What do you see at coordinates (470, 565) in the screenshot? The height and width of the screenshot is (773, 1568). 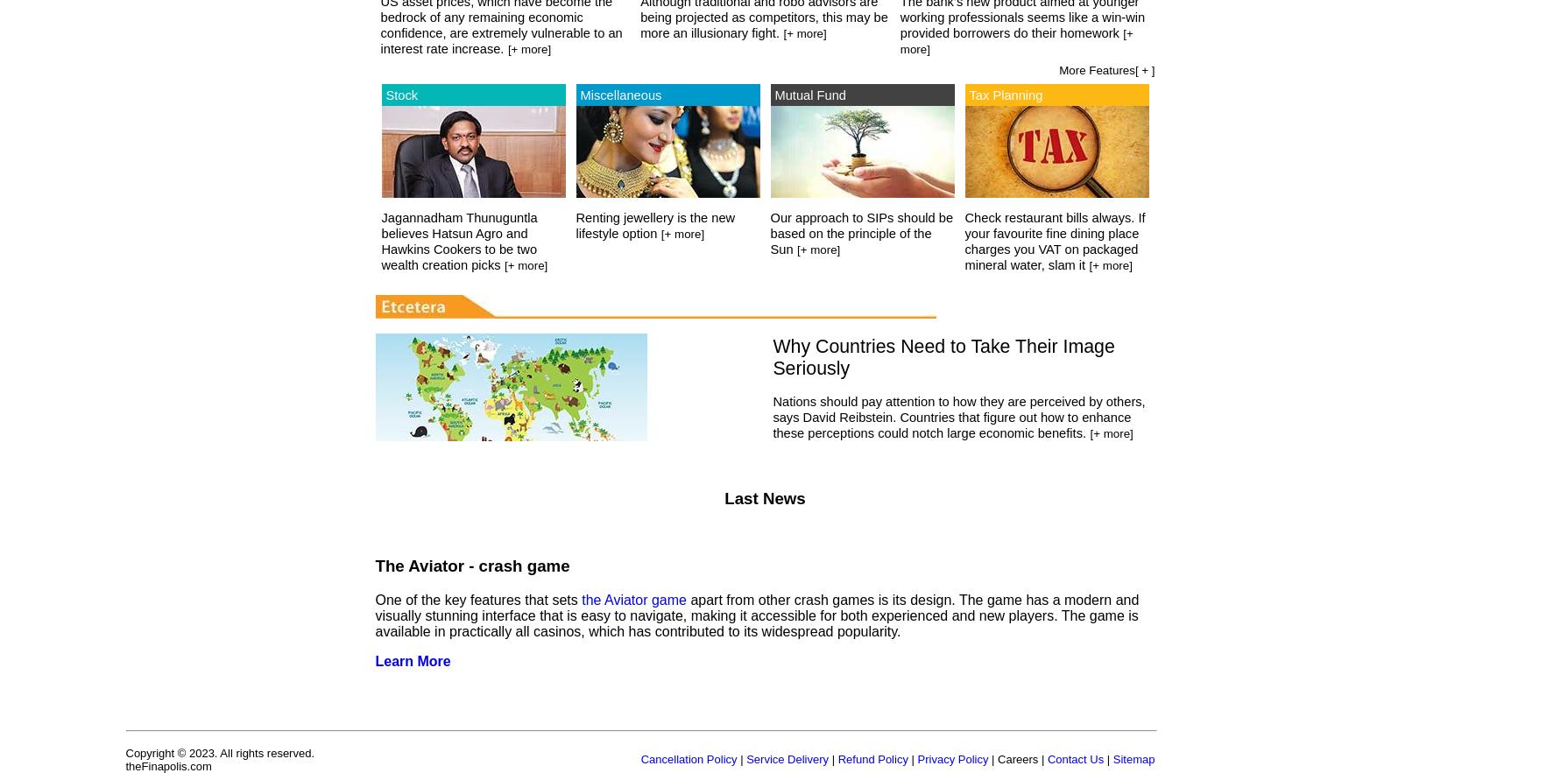 I see `'The Aviator - crash game'` at bounding box center [470, 565].